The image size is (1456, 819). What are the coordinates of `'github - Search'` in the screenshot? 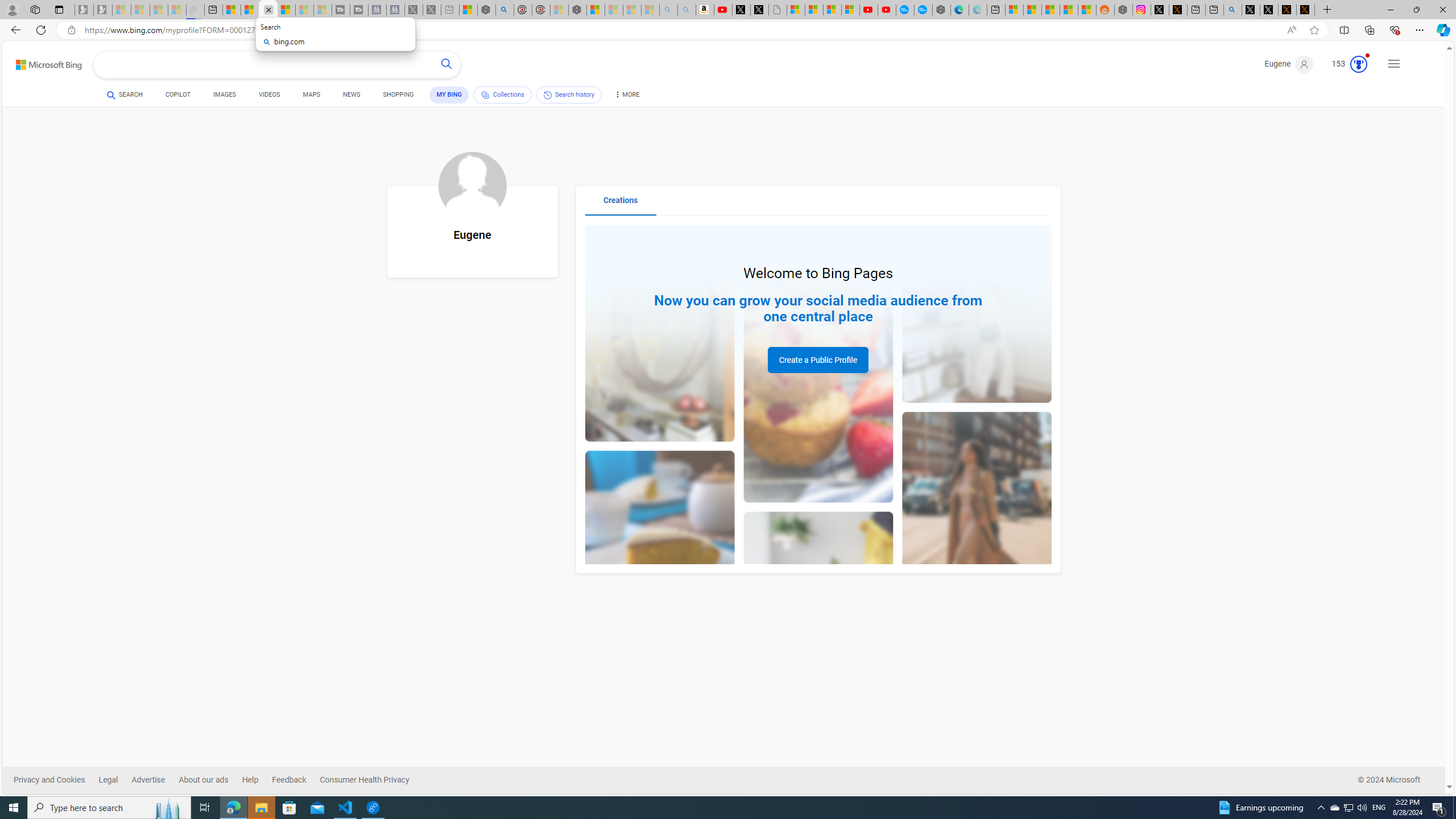 It's located at (1232, 9).